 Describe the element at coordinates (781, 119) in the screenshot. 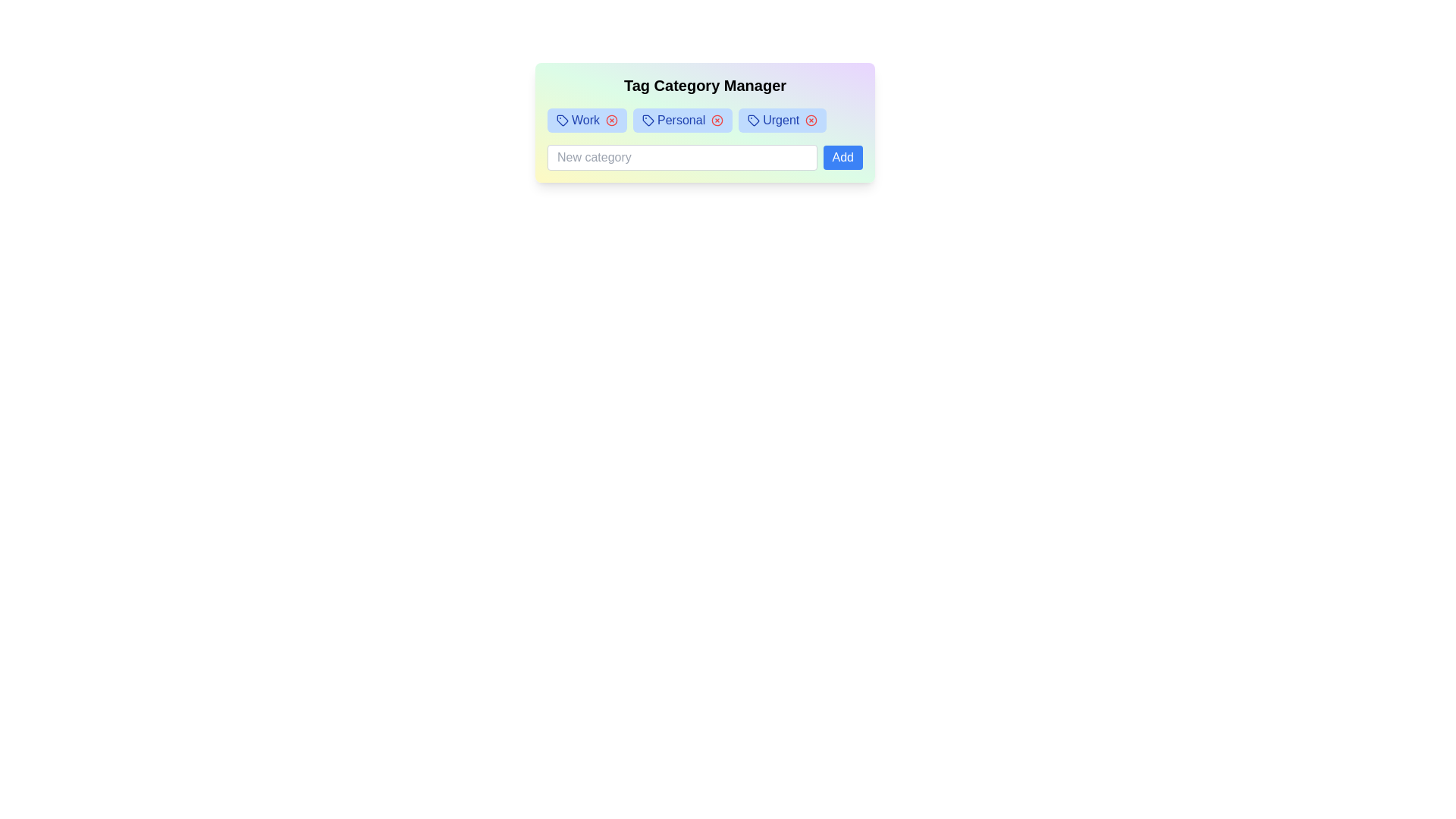

I see `the 'Urgent' text label` at that location.